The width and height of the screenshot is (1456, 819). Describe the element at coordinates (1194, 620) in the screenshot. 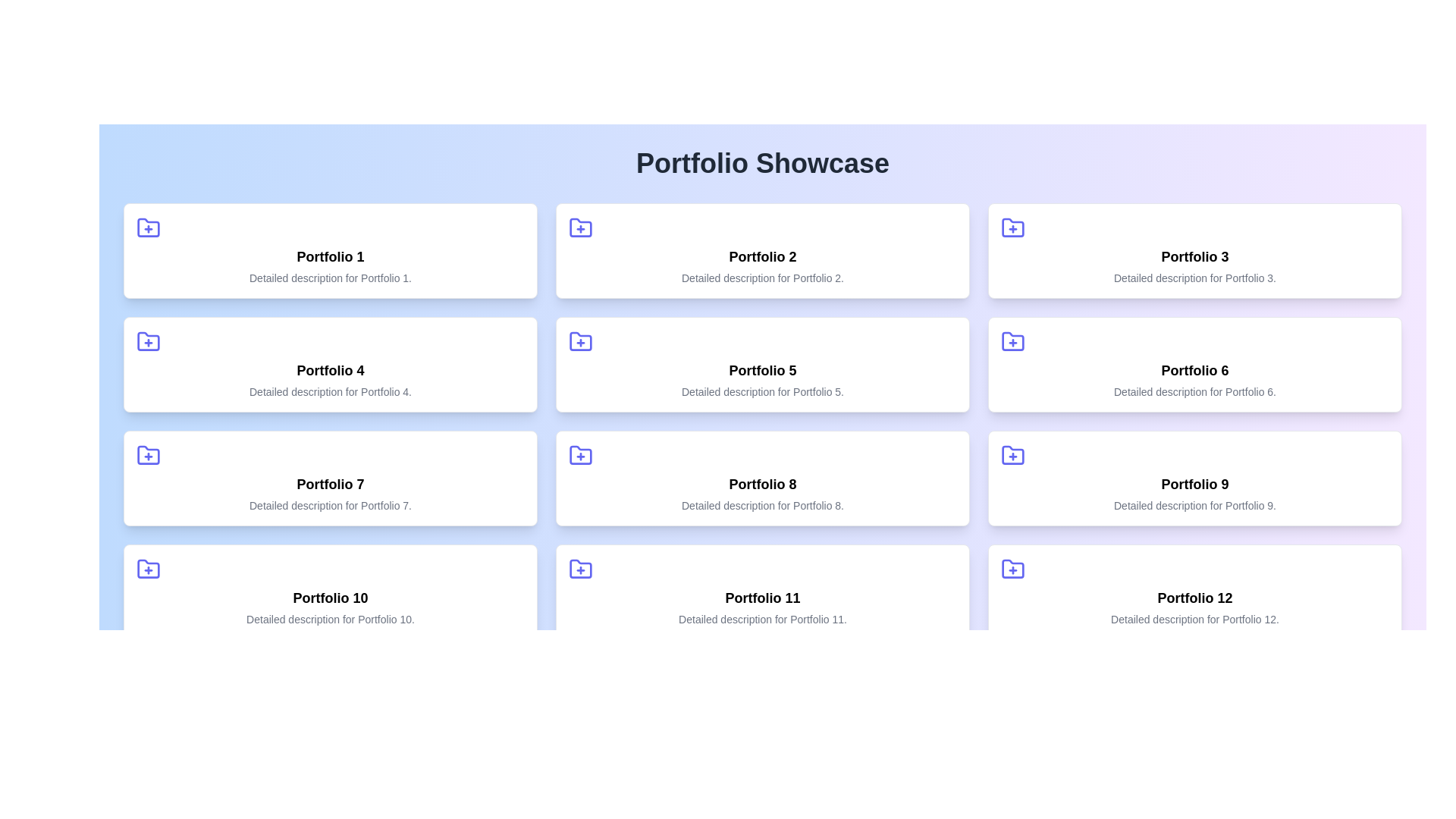

I see `the descriptive text element located below the title 'Portfolio 12' in the last card of the grid layout` at that location.